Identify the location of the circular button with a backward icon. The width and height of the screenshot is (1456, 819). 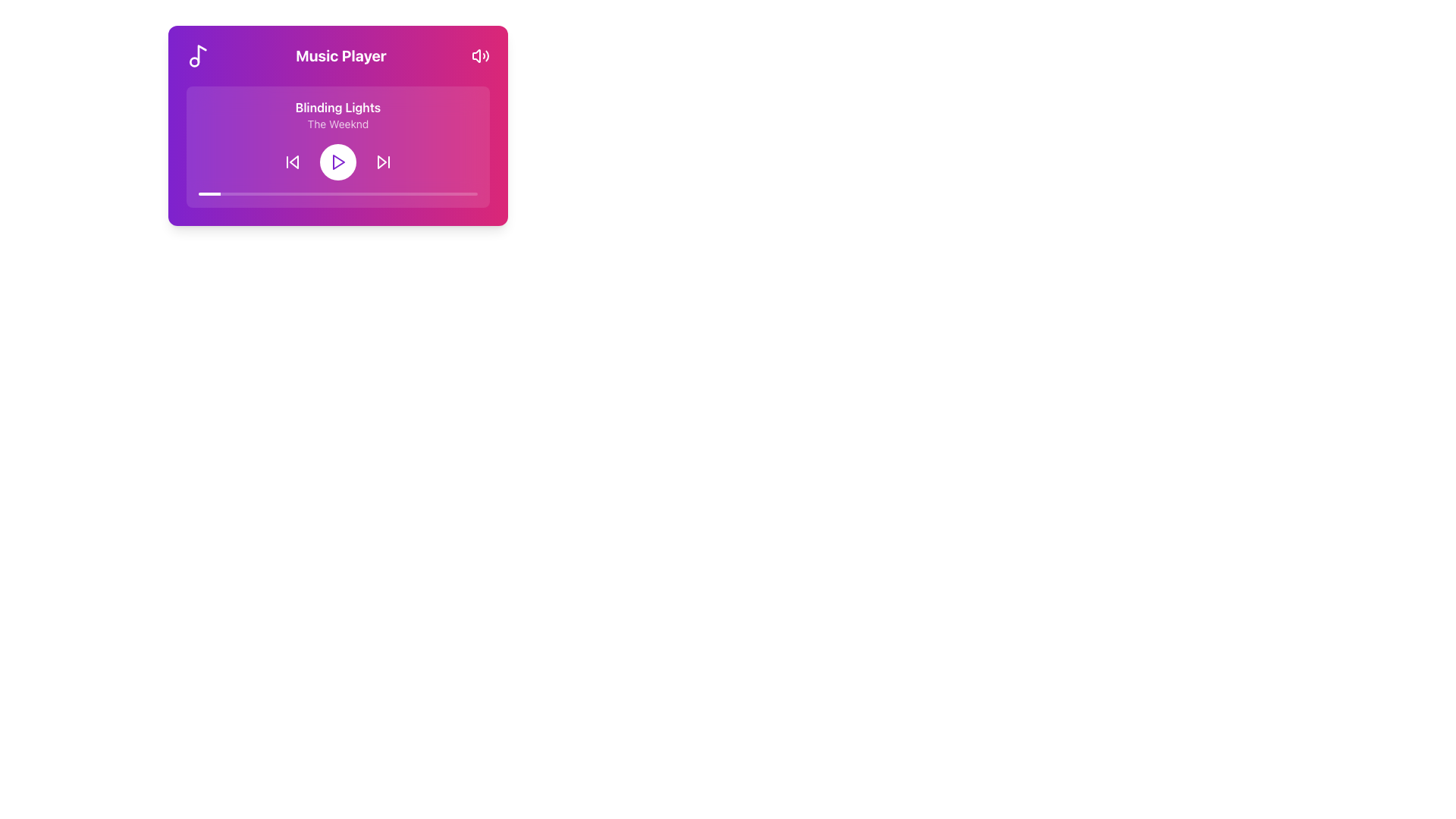
(292, 162).